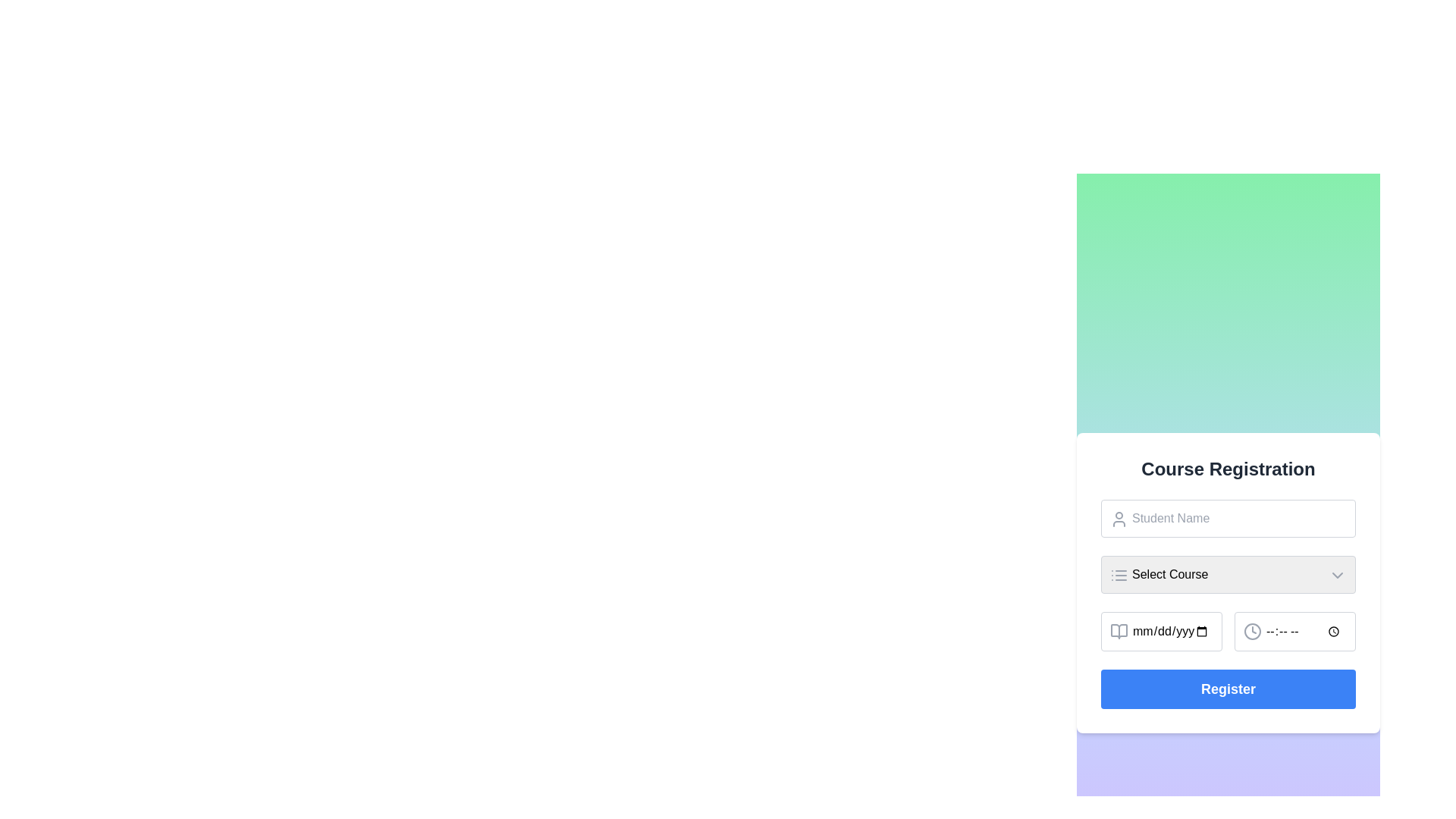 Image resolution: width=1456 pixels, height=819 pixels. What do you see at coordinates (1228, 582) in the screenshot?
I see `the dropdown menu for course selection located centrally in the form layout` at bounding box center [1228, 582].